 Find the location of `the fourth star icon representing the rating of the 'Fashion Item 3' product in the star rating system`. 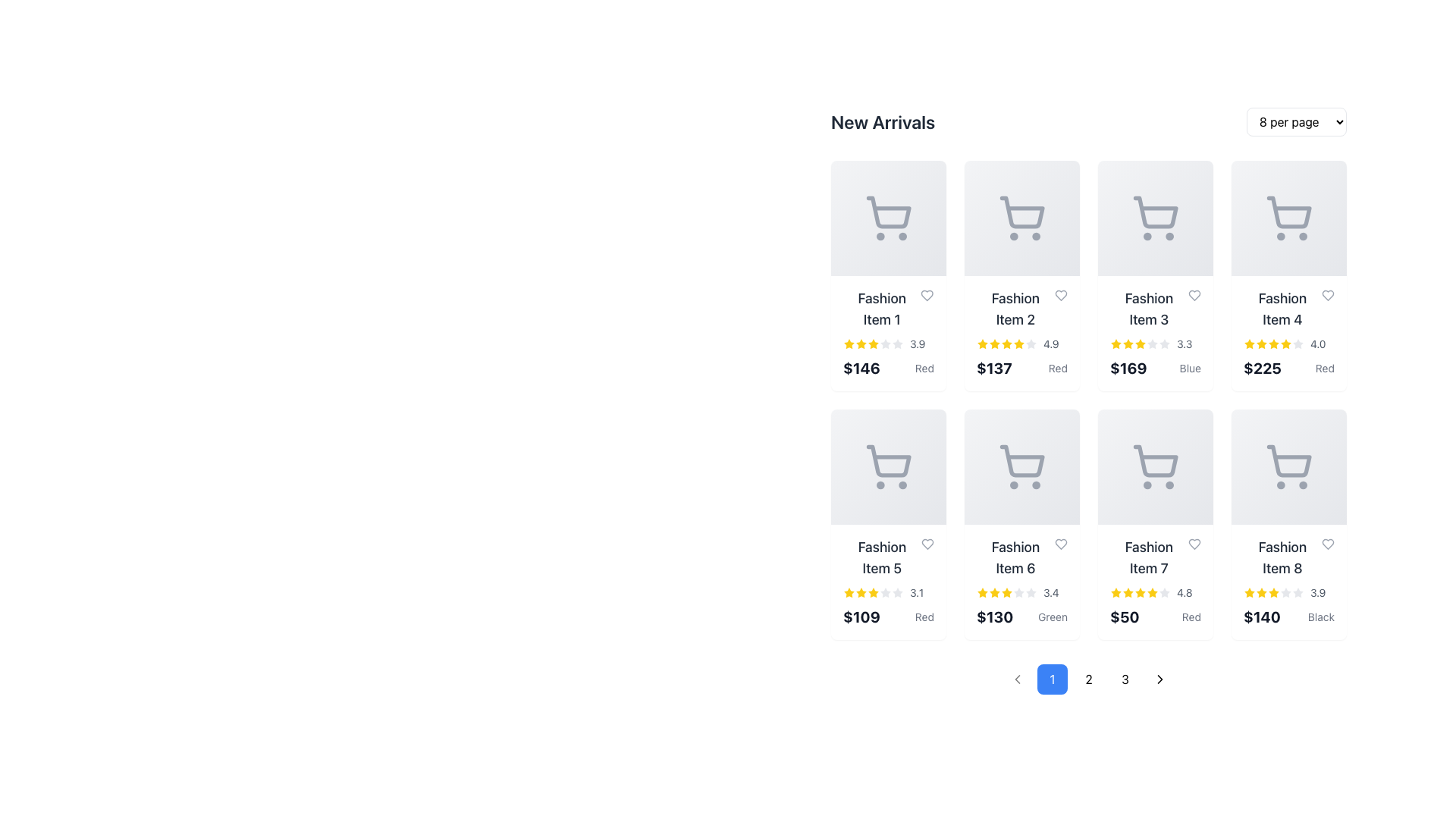

the fourth star icon representing the rating of the 'Fashion Item 3' product in the star rating system is located at coordinates (1140, 344).